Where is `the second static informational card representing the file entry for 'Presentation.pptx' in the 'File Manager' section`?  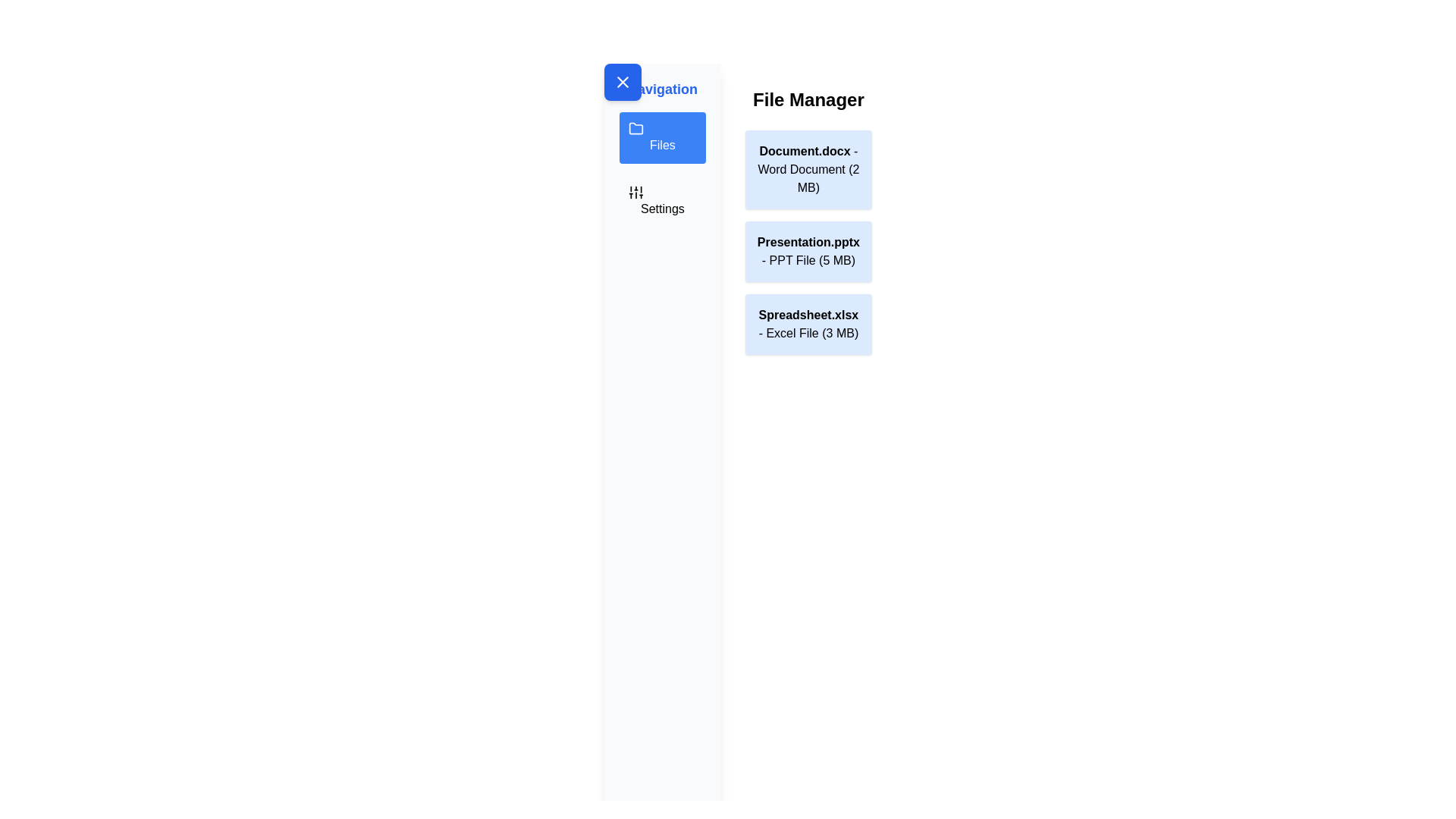
the second static informational card representing the file entry for 'Presentation.pptx' in the 'File Manager' section is located at coordinates (808, 250).